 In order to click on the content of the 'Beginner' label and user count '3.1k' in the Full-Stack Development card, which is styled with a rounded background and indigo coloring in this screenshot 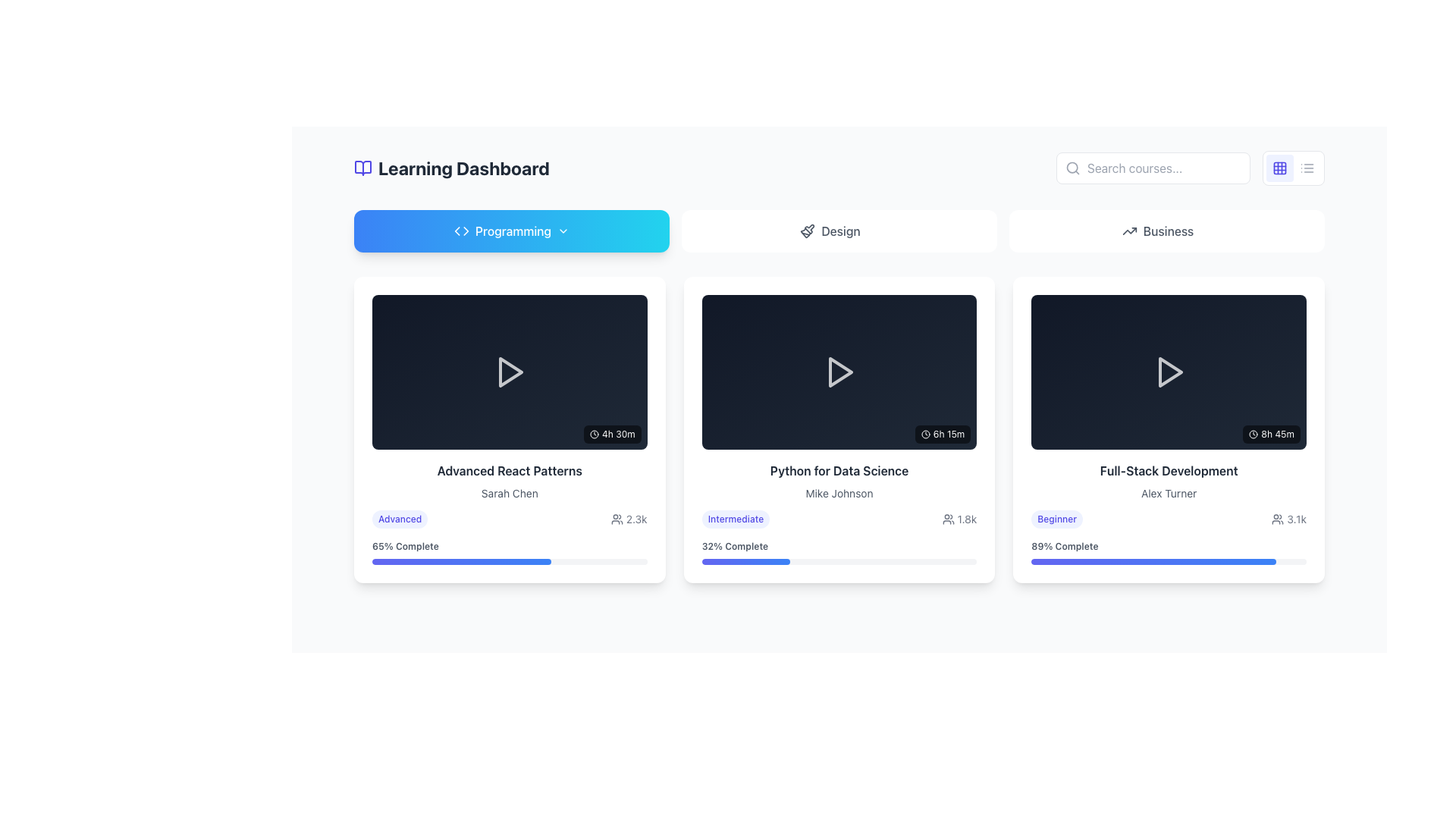, I will do `click(1168, 518)`.